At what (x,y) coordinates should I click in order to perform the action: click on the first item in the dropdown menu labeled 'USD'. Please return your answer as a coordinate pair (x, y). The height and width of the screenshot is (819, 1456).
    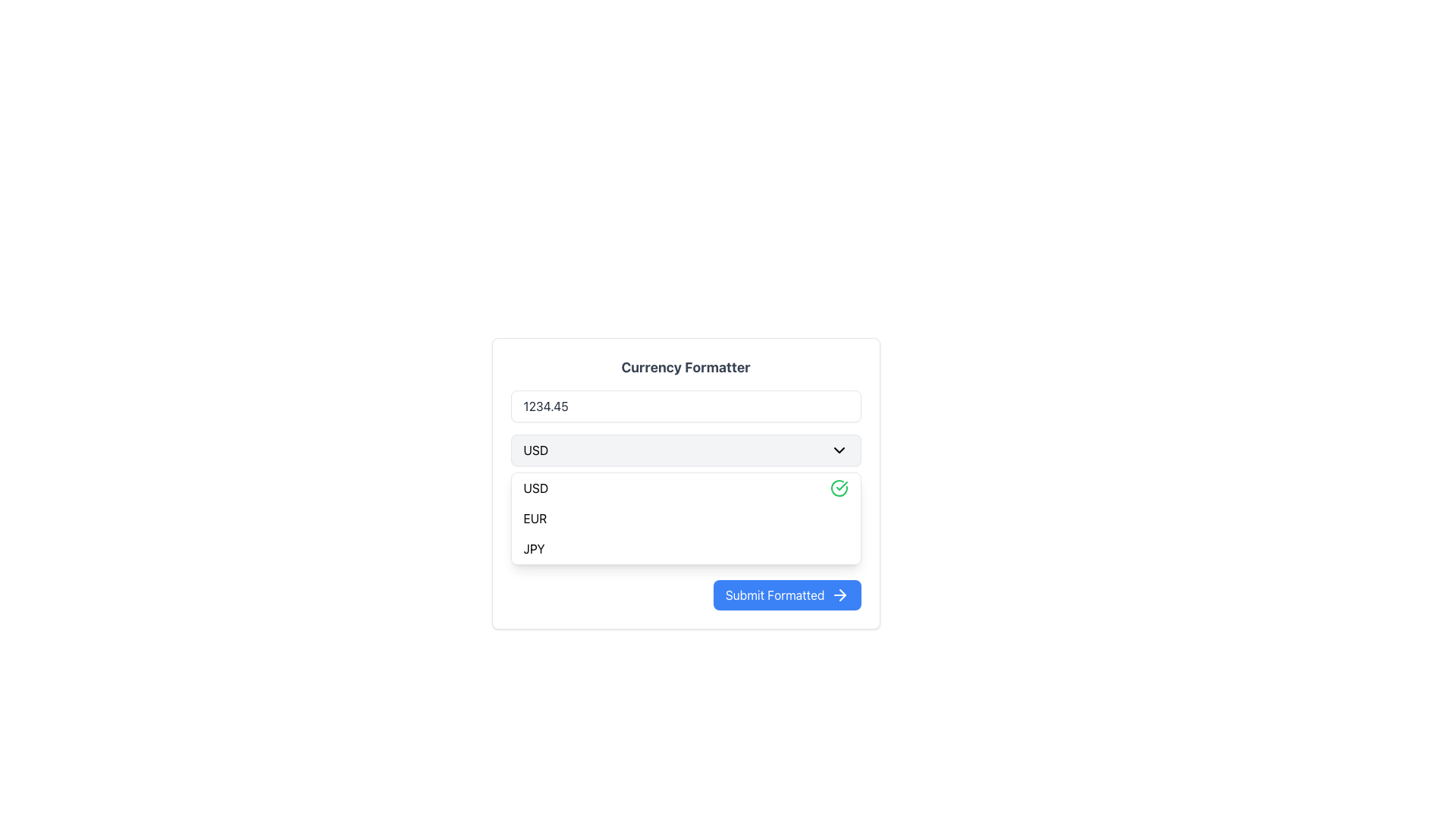
    Looking at the image, I should click on (685, 488).